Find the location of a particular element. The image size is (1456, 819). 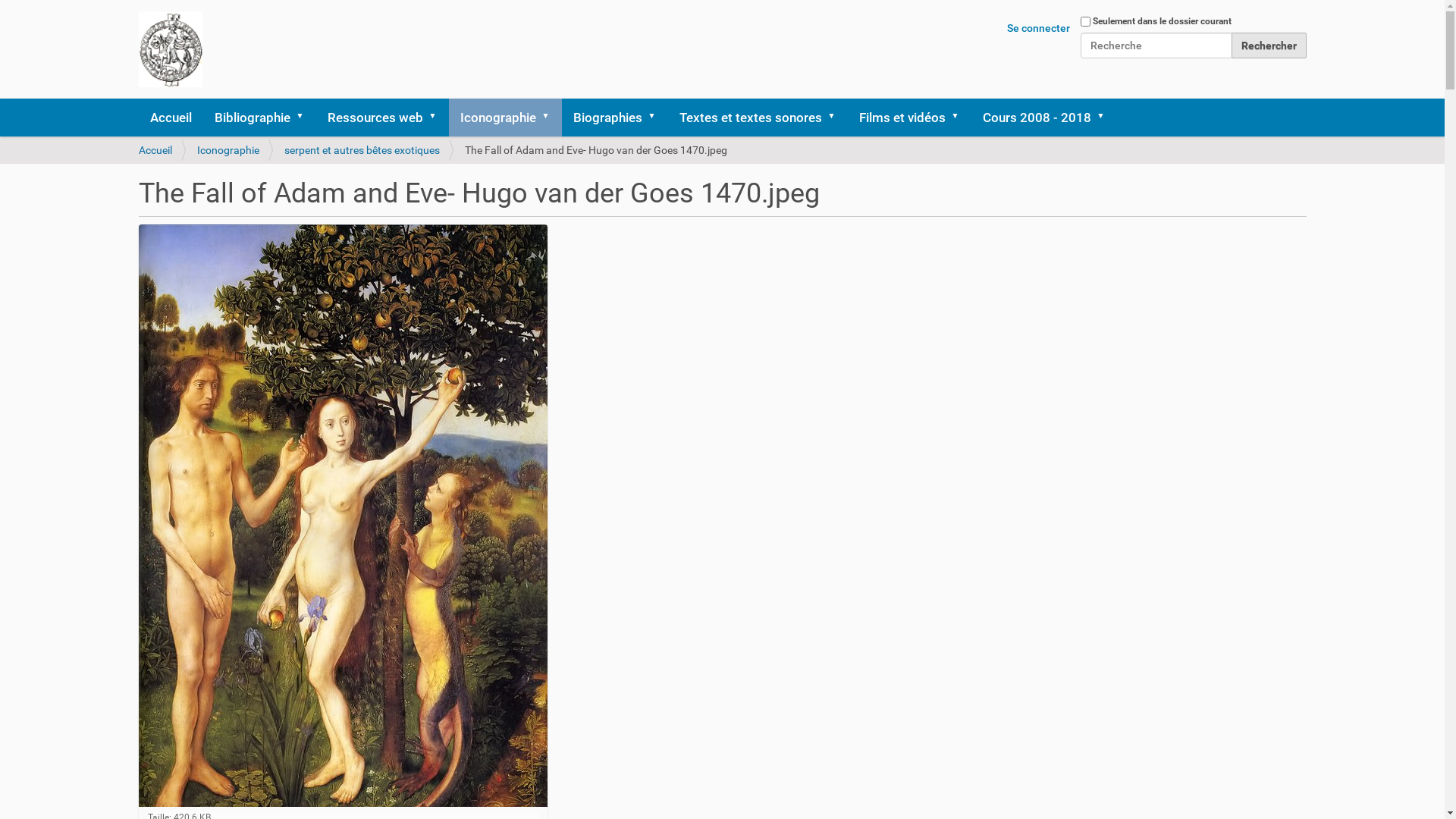

'Iconographie' is located at coordinates (227, 149).